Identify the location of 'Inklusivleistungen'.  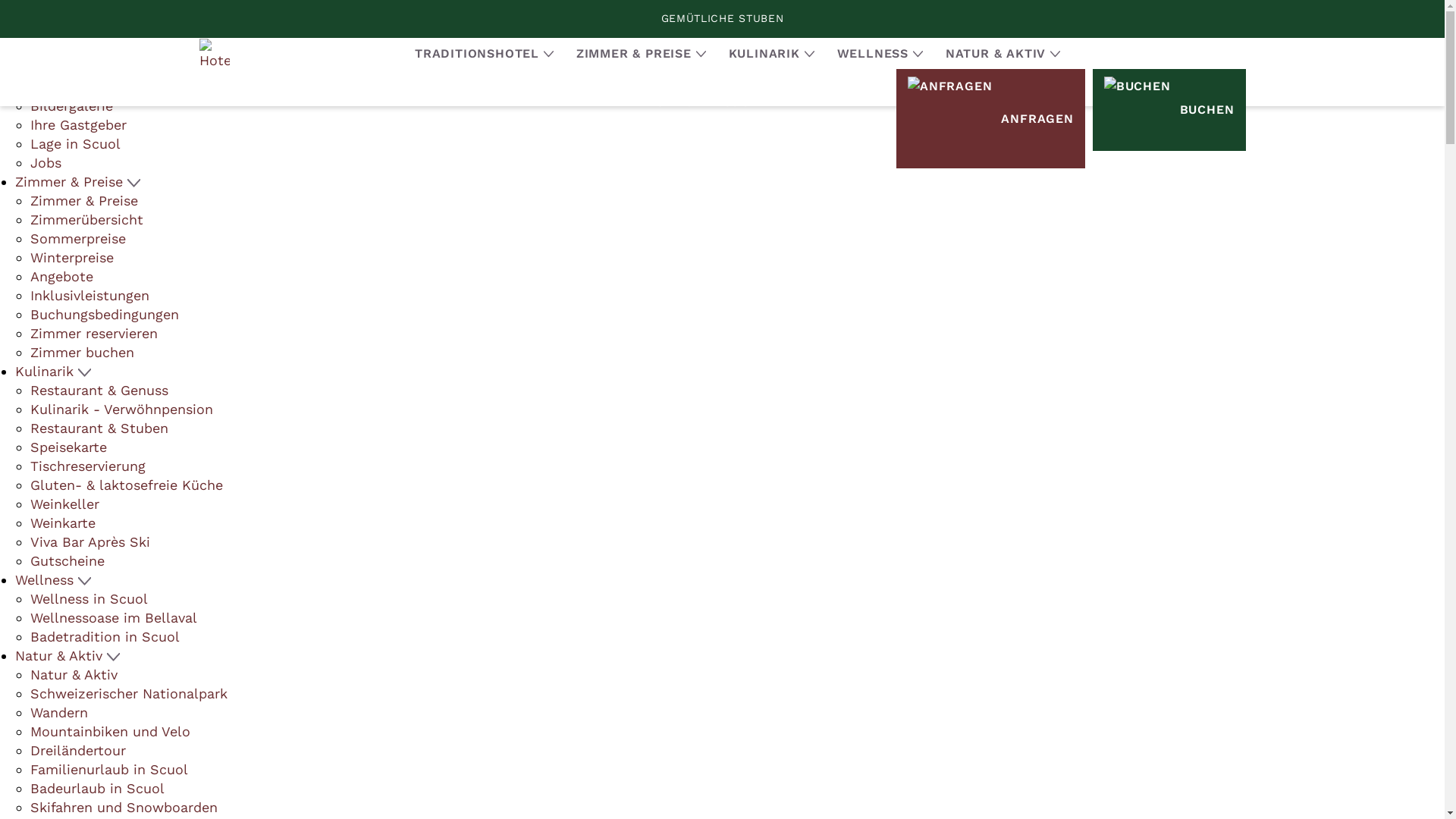
(89, 295).